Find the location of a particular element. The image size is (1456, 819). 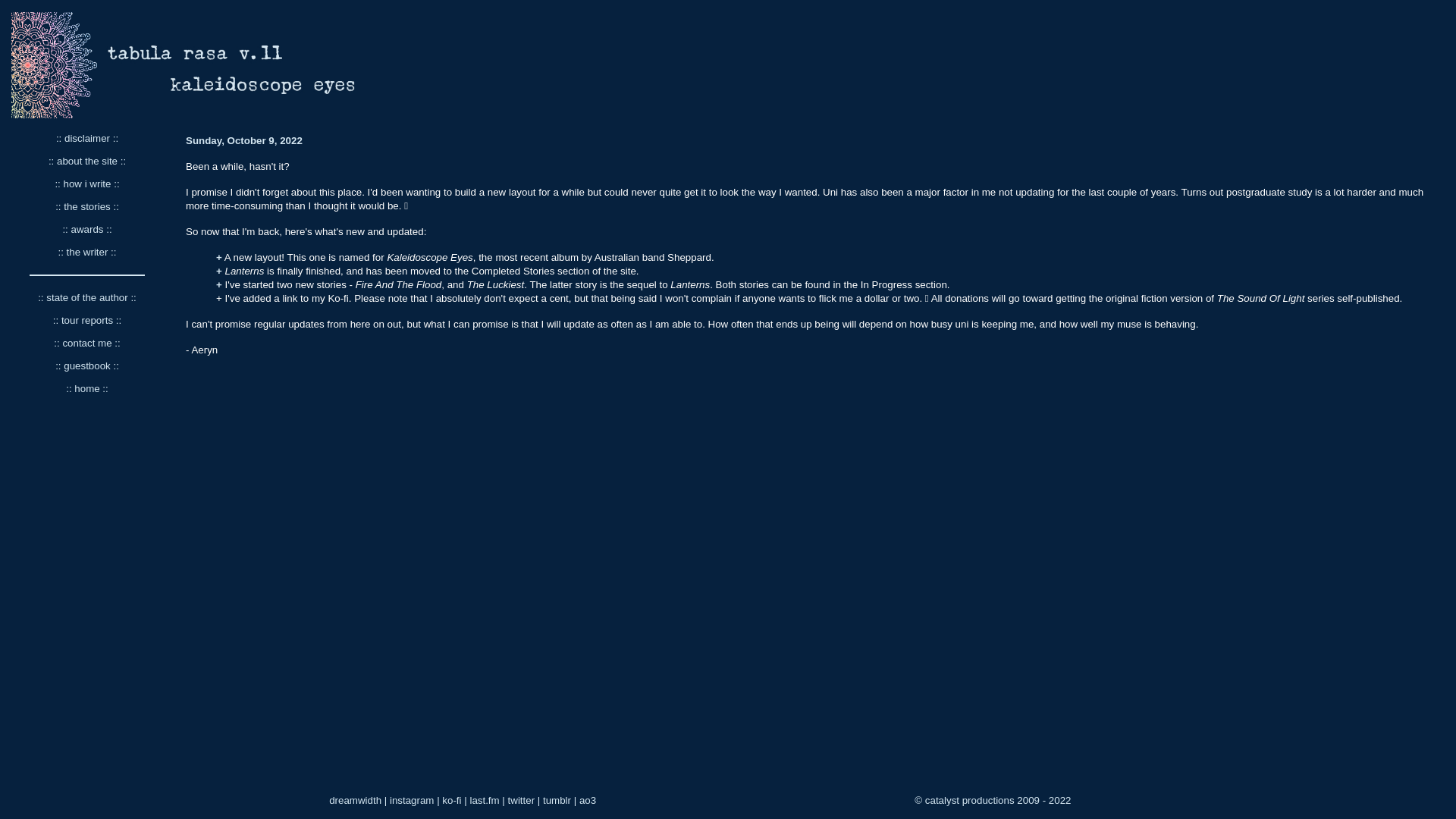

':: state of the author ::' is located at coordinates (37, 297).